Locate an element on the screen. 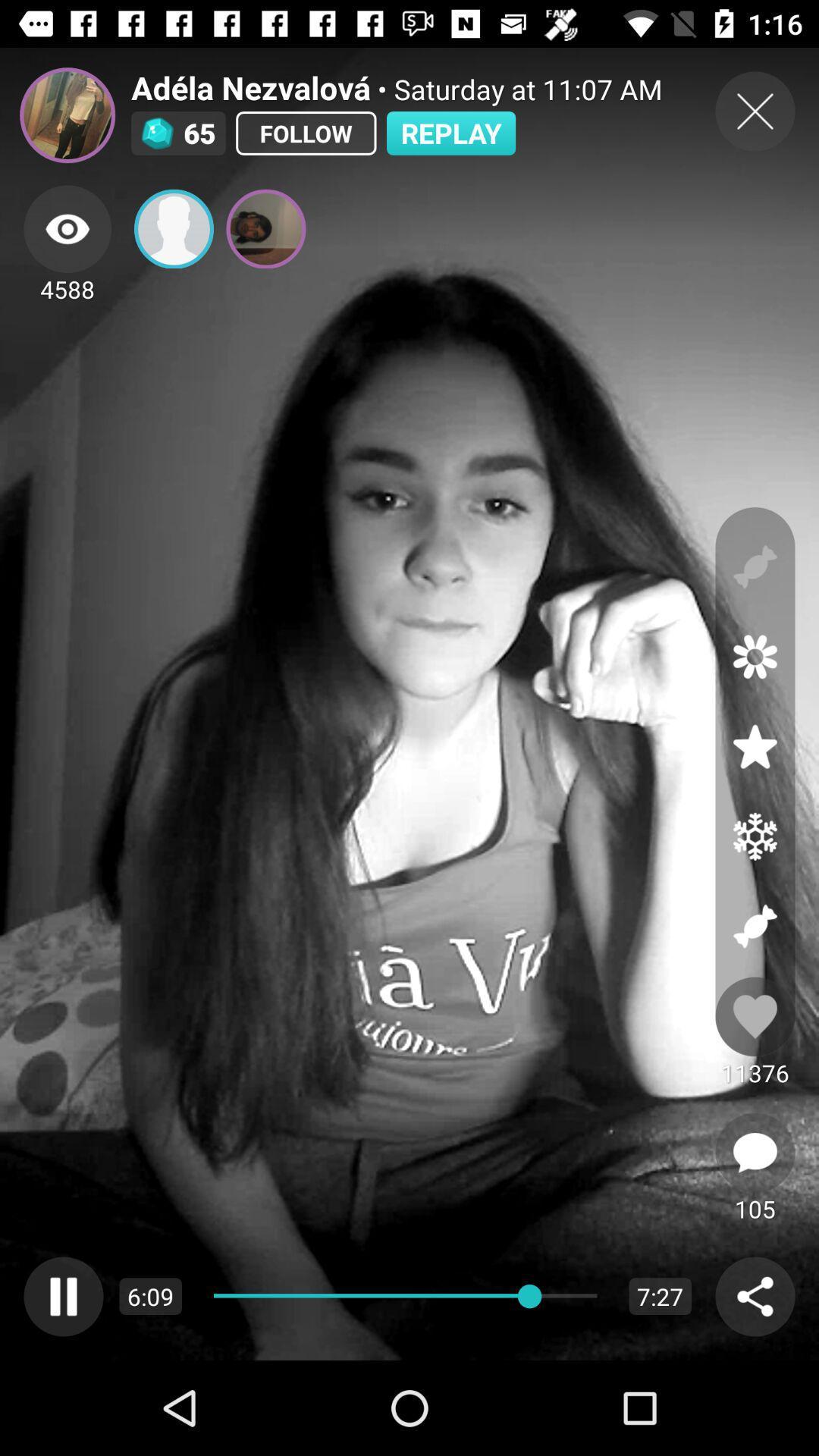 This screenshot has height=1456, width=819. profile is located at coordinates (173, 228).